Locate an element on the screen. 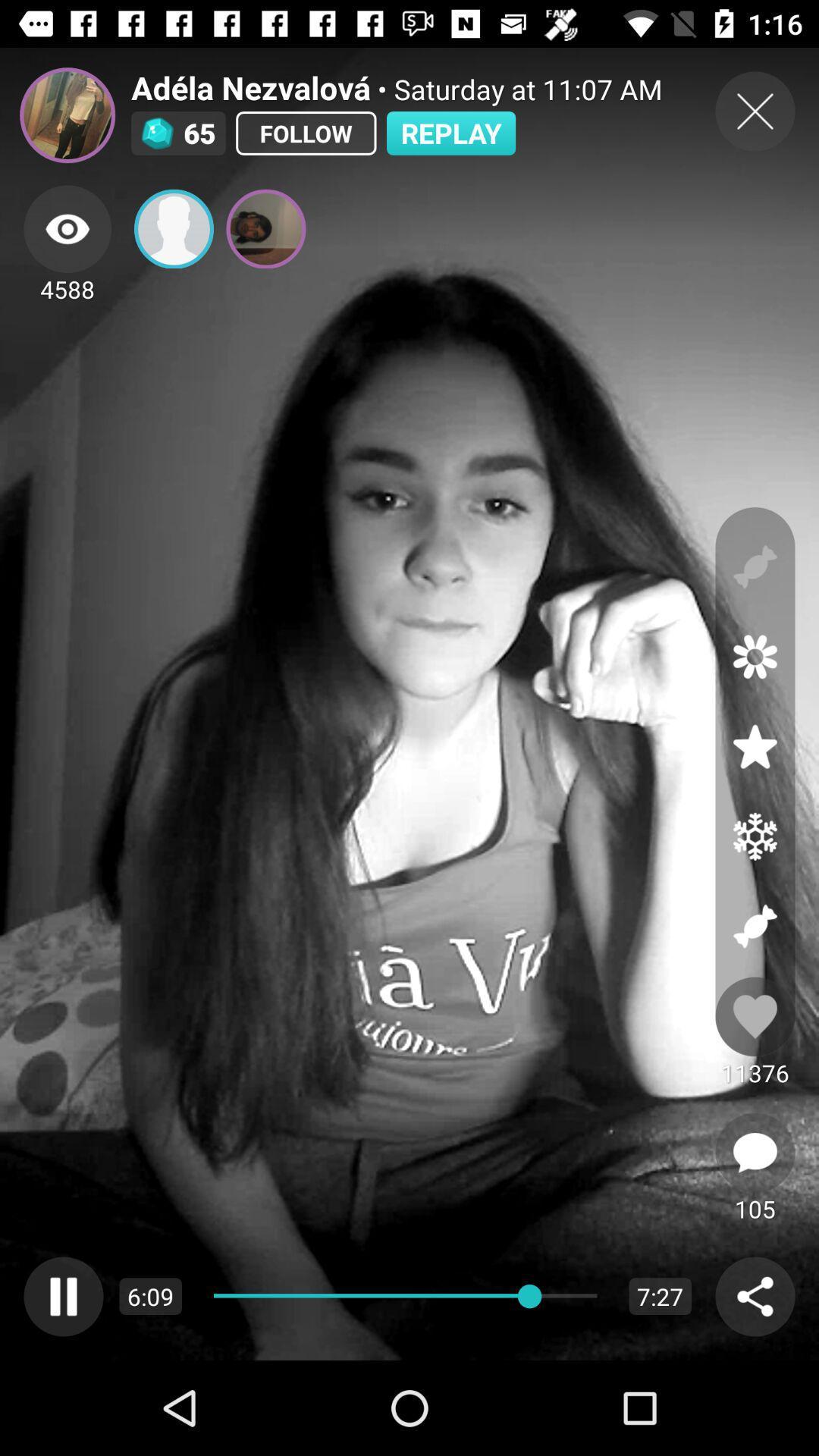 This screenshot has height=1456, width=819. profile is located at coordinates (173, 228).